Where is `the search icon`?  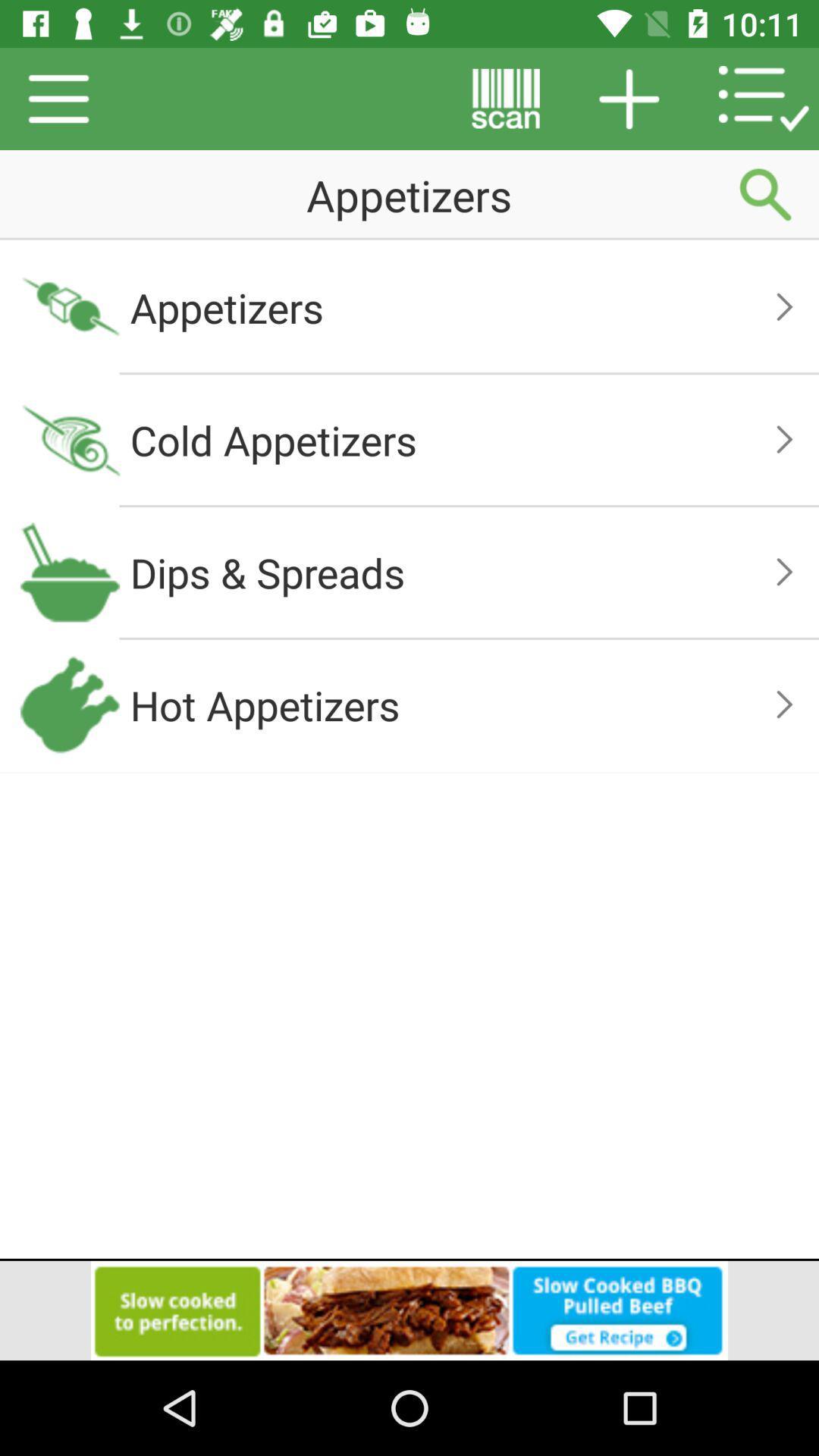 the search icon is located at coordinates (766, 194).